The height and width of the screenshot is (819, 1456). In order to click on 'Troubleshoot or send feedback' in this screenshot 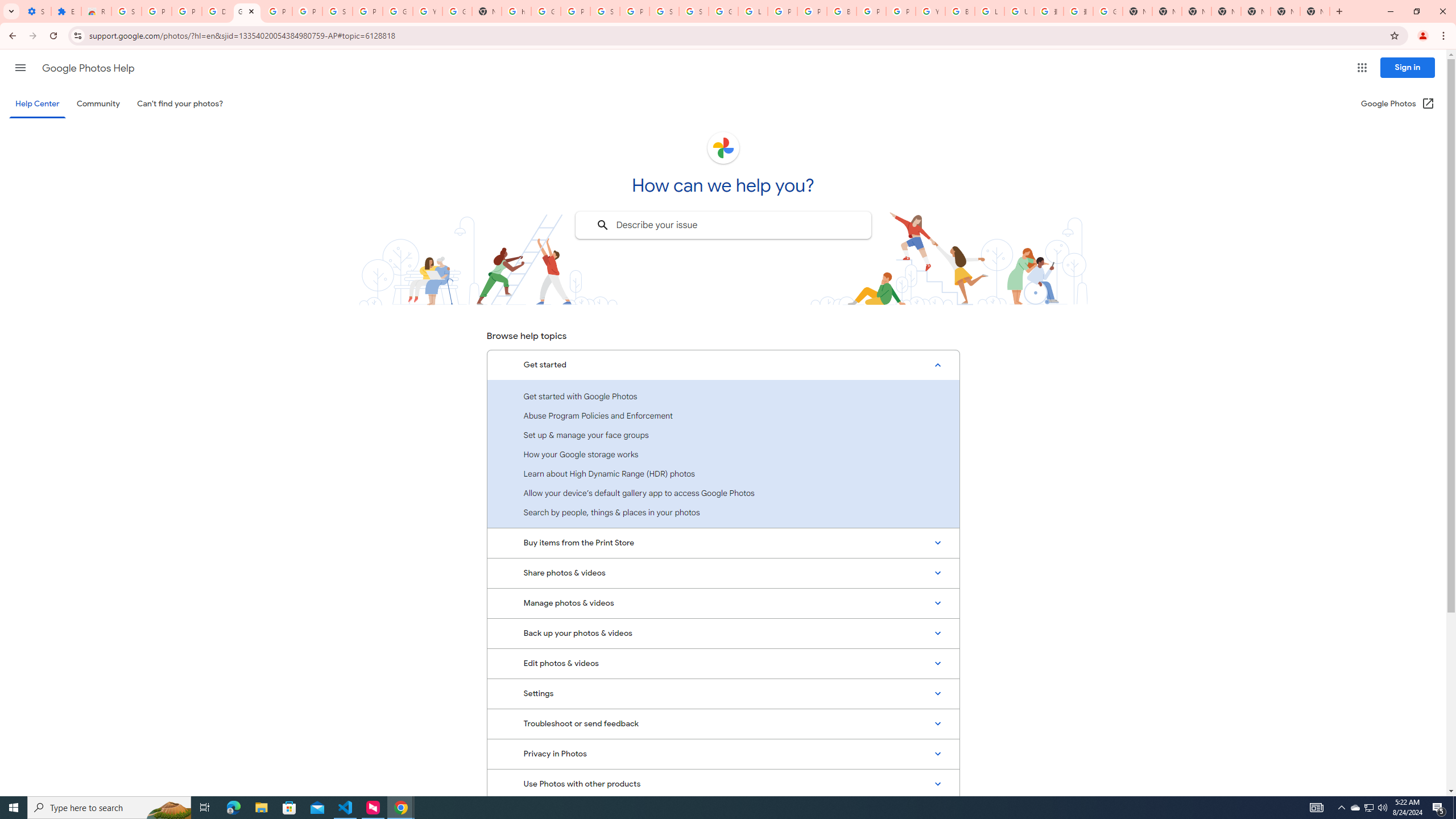, I will do `click(723, 723)`.